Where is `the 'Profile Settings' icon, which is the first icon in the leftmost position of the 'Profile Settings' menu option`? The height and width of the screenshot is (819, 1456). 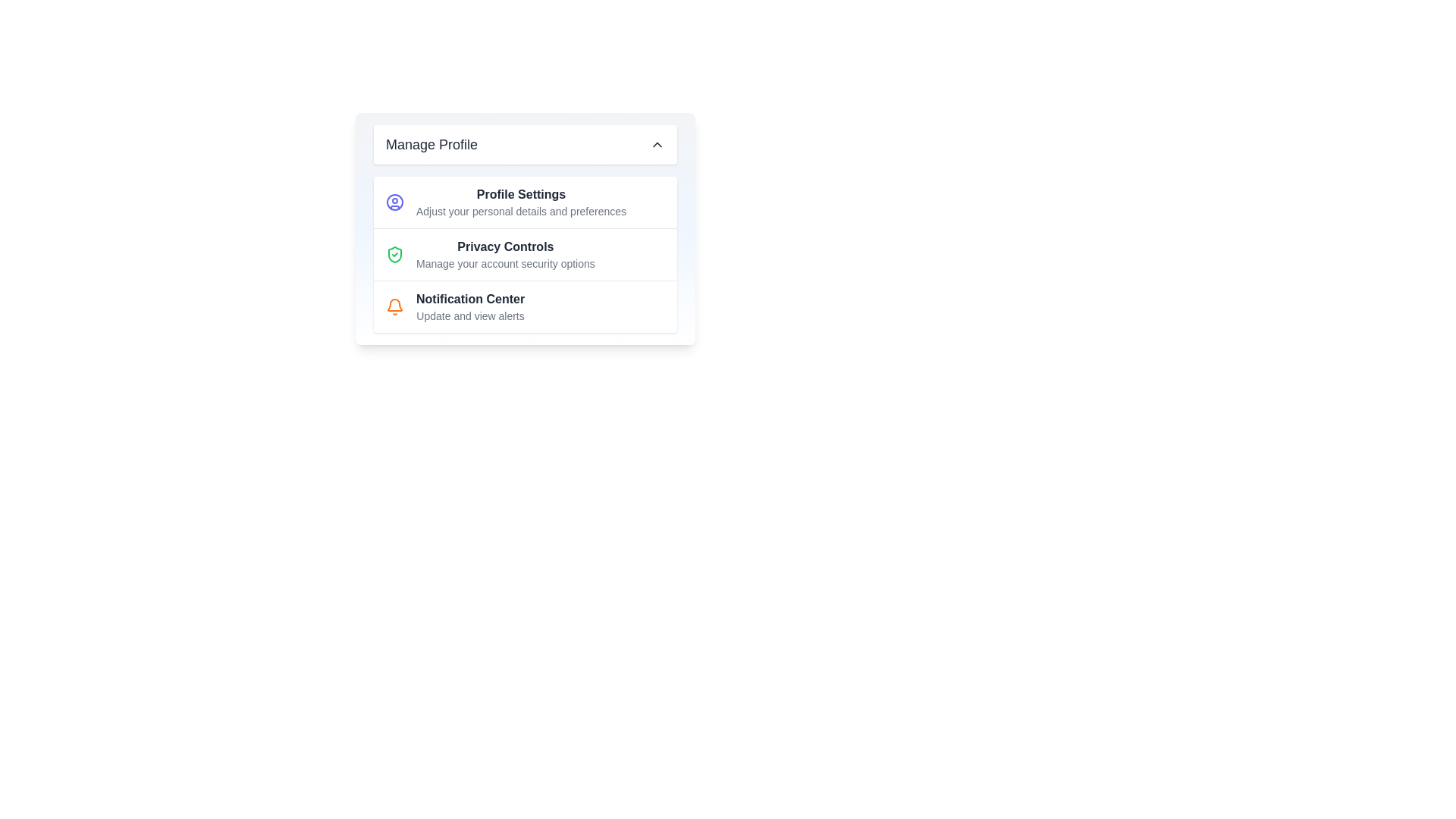
the 'Profile Settings' icon, which is the first icon in the leftmost position of the 'Profile Settings' menu option is located at coordinates (395, 201).